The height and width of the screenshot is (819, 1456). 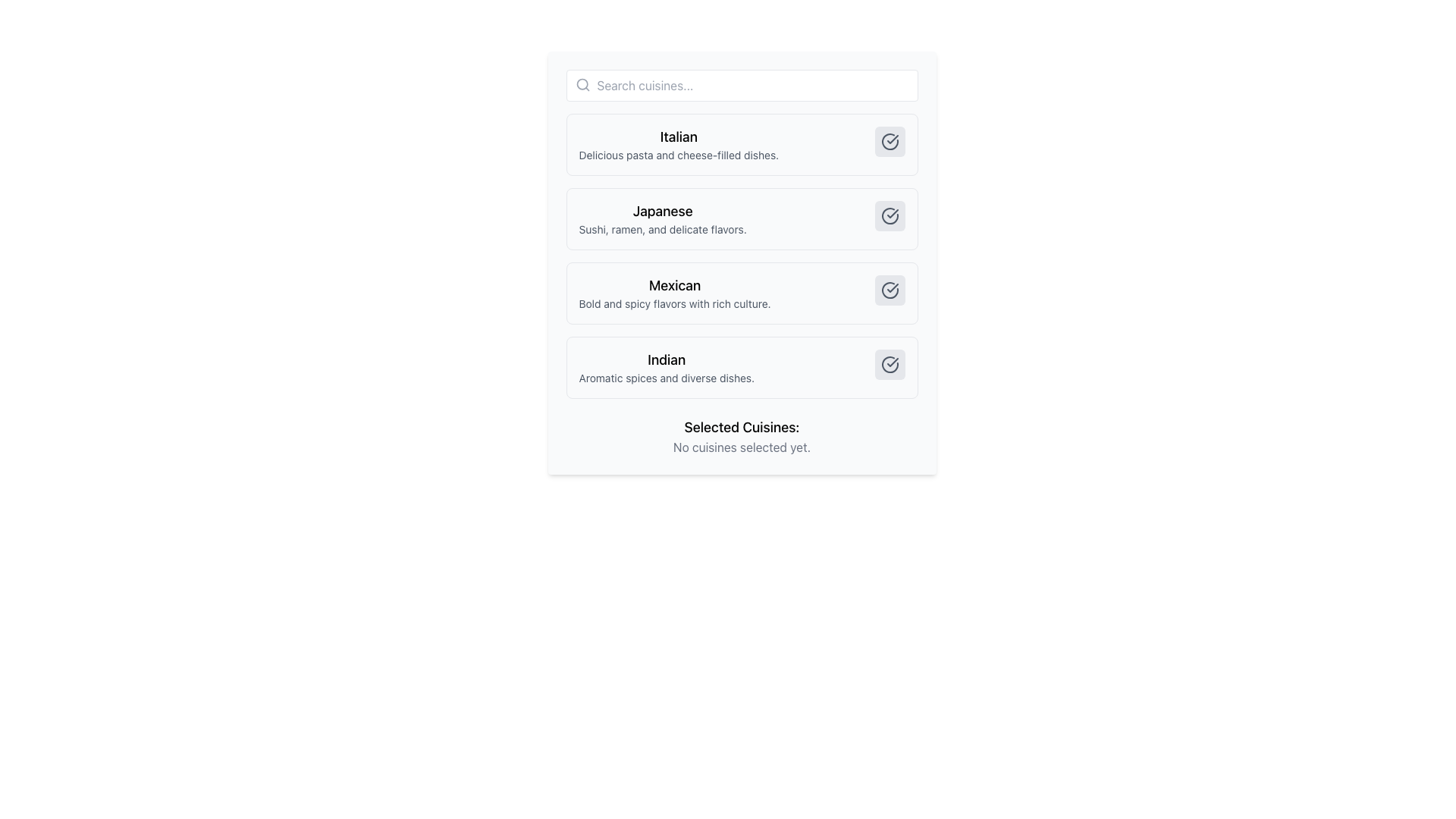 I want to click on the Static Text element that describes Japanese cuisine, which is located directly below the 'Japanese' heading, so click(x=663, y=230).